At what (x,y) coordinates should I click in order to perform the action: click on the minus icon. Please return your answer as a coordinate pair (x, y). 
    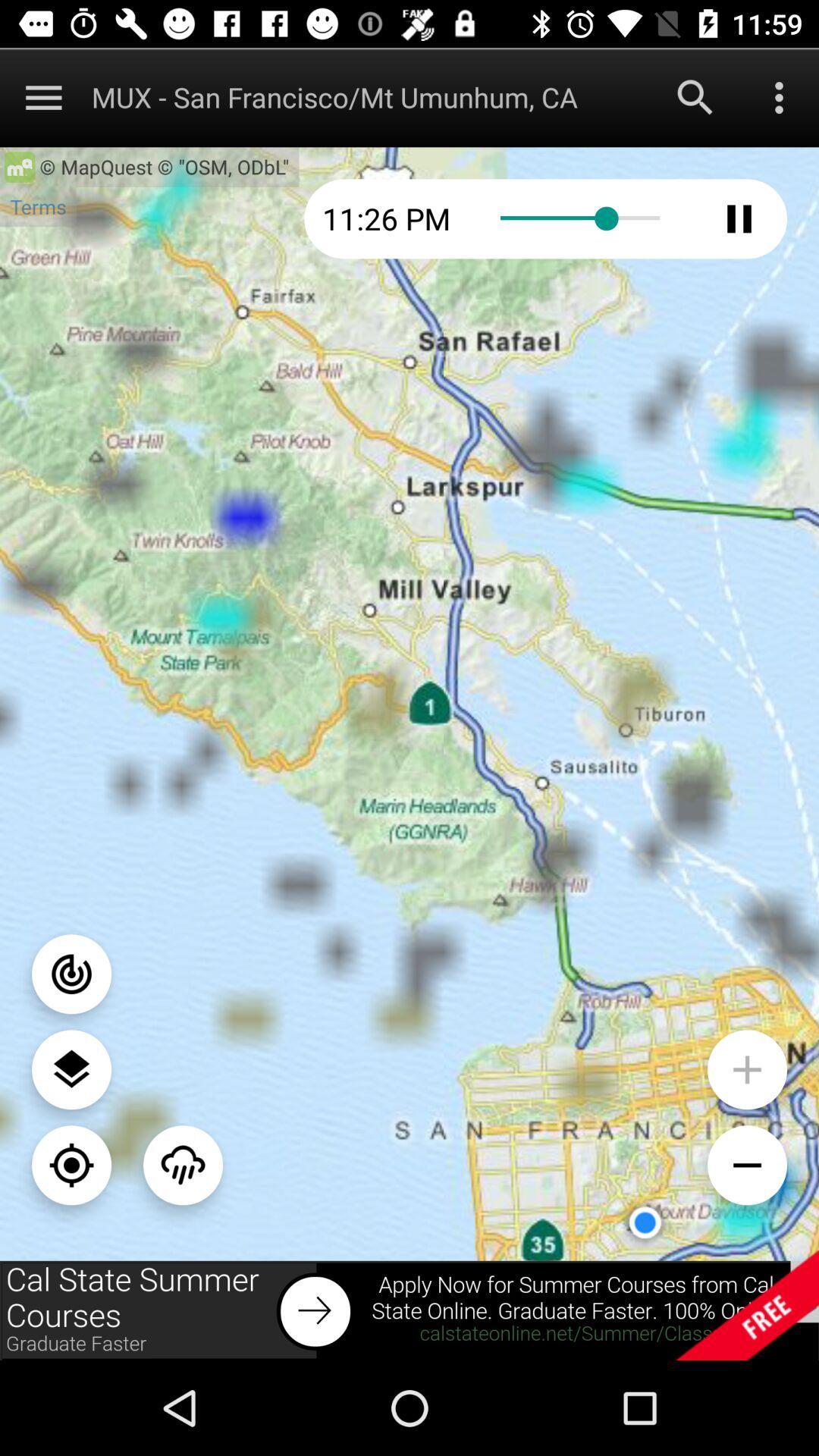
    Looking at the image, I should click on (746, 1164).